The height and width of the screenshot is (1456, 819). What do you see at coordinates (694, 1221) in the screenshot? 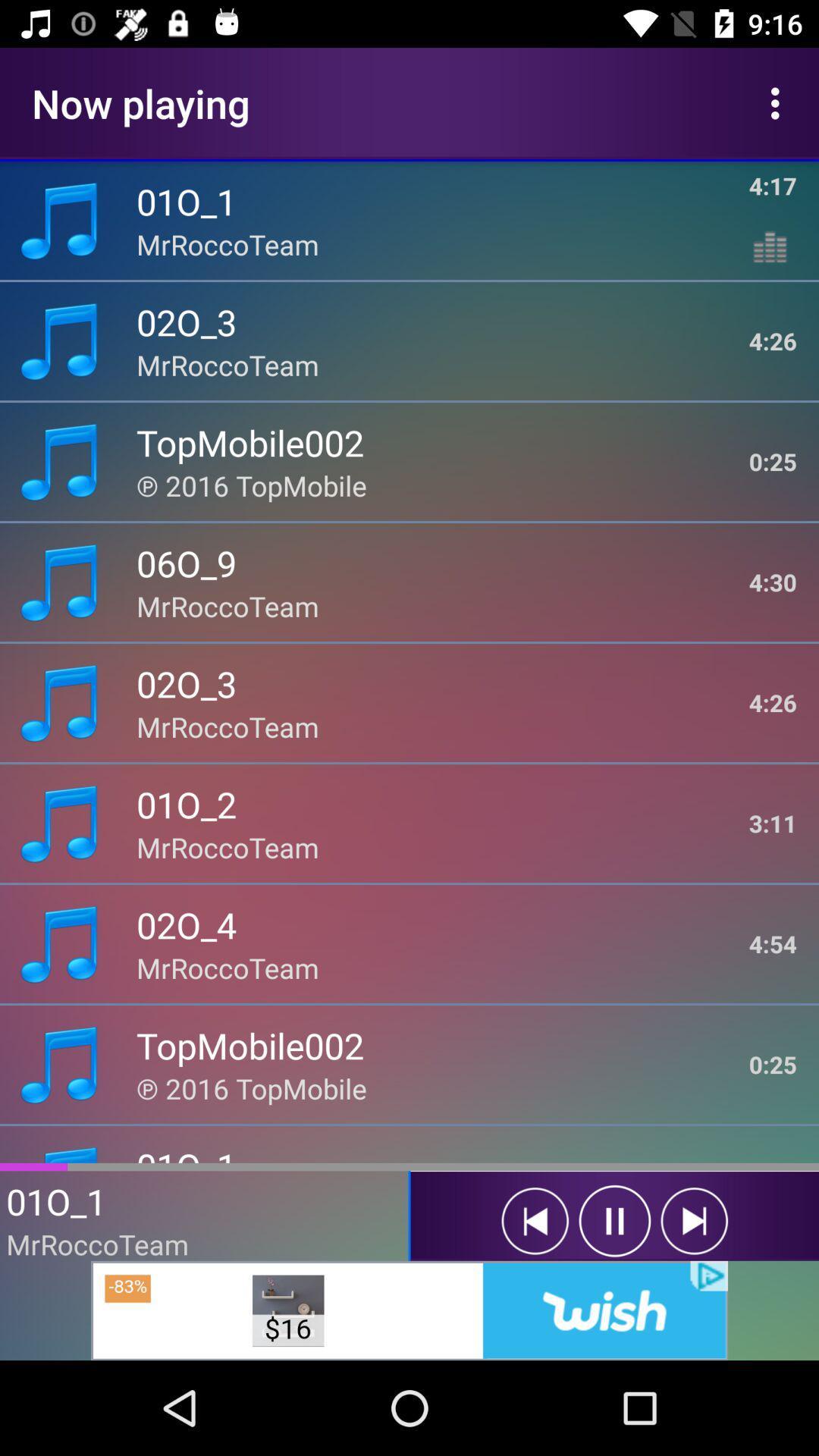
I see `next song` at bounding box center [694, 1221].